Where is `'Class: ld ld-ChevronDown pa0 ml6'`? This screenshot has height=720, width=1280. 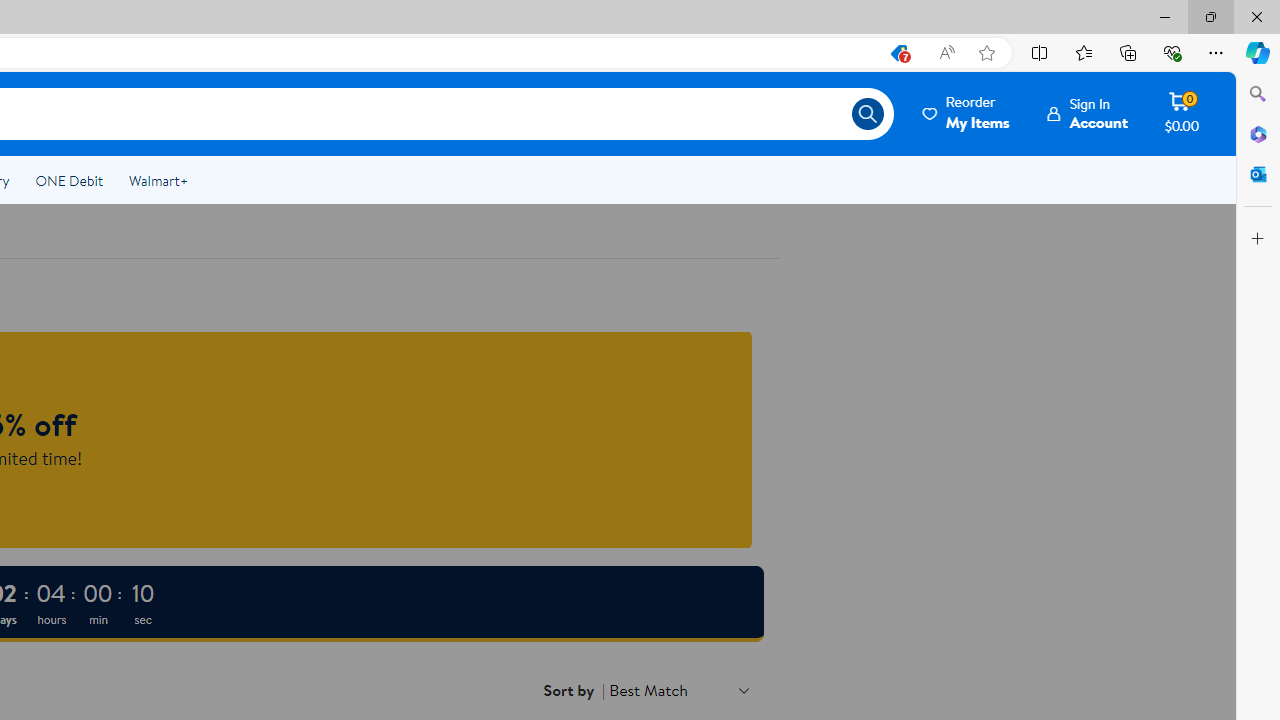 'Class: ld ld-ChevronDown pa0 ml6' is located at coordinates (743, 689).